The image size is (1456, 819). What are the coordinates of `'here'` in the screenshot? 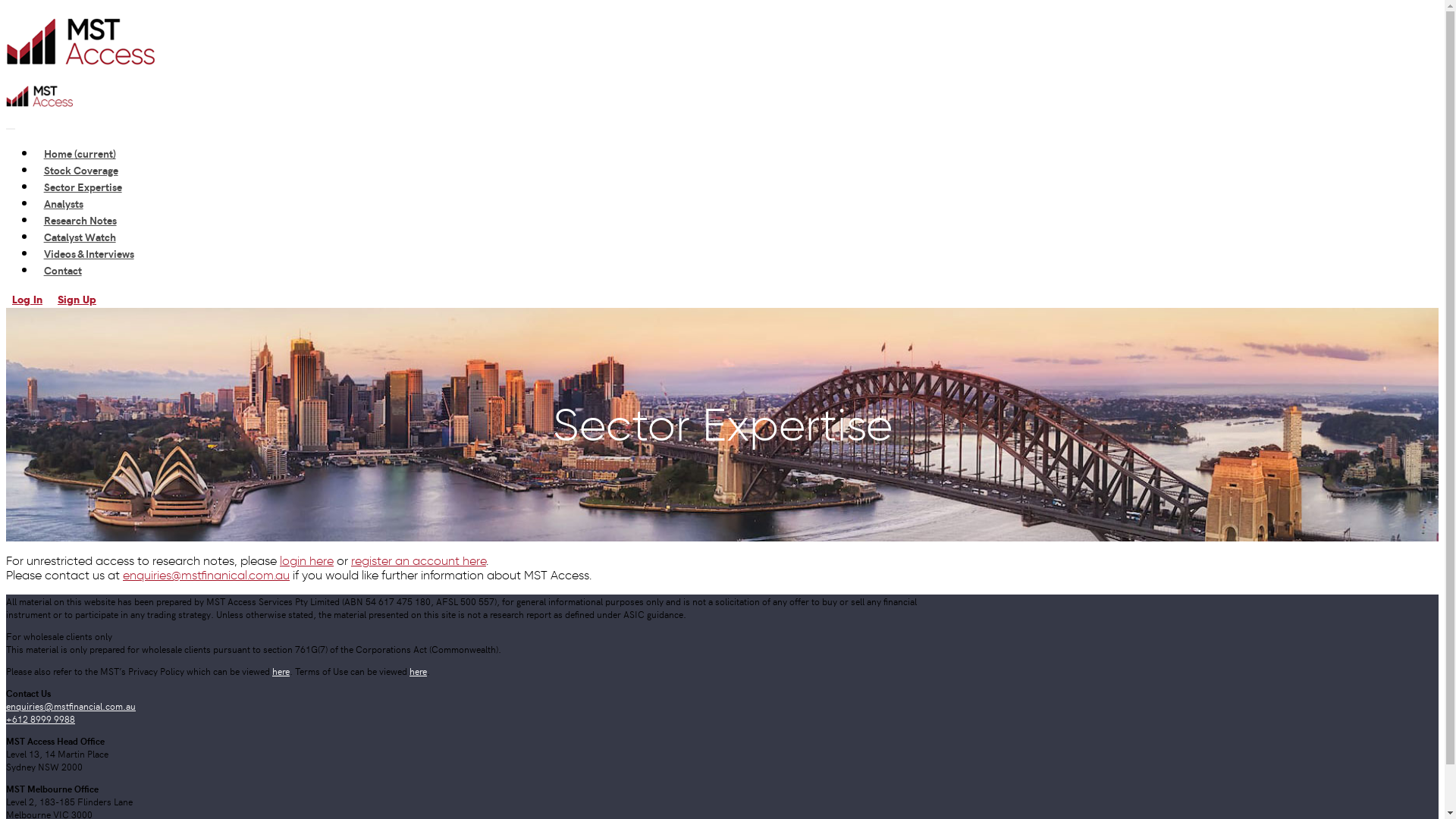 It's located at (281, 670).